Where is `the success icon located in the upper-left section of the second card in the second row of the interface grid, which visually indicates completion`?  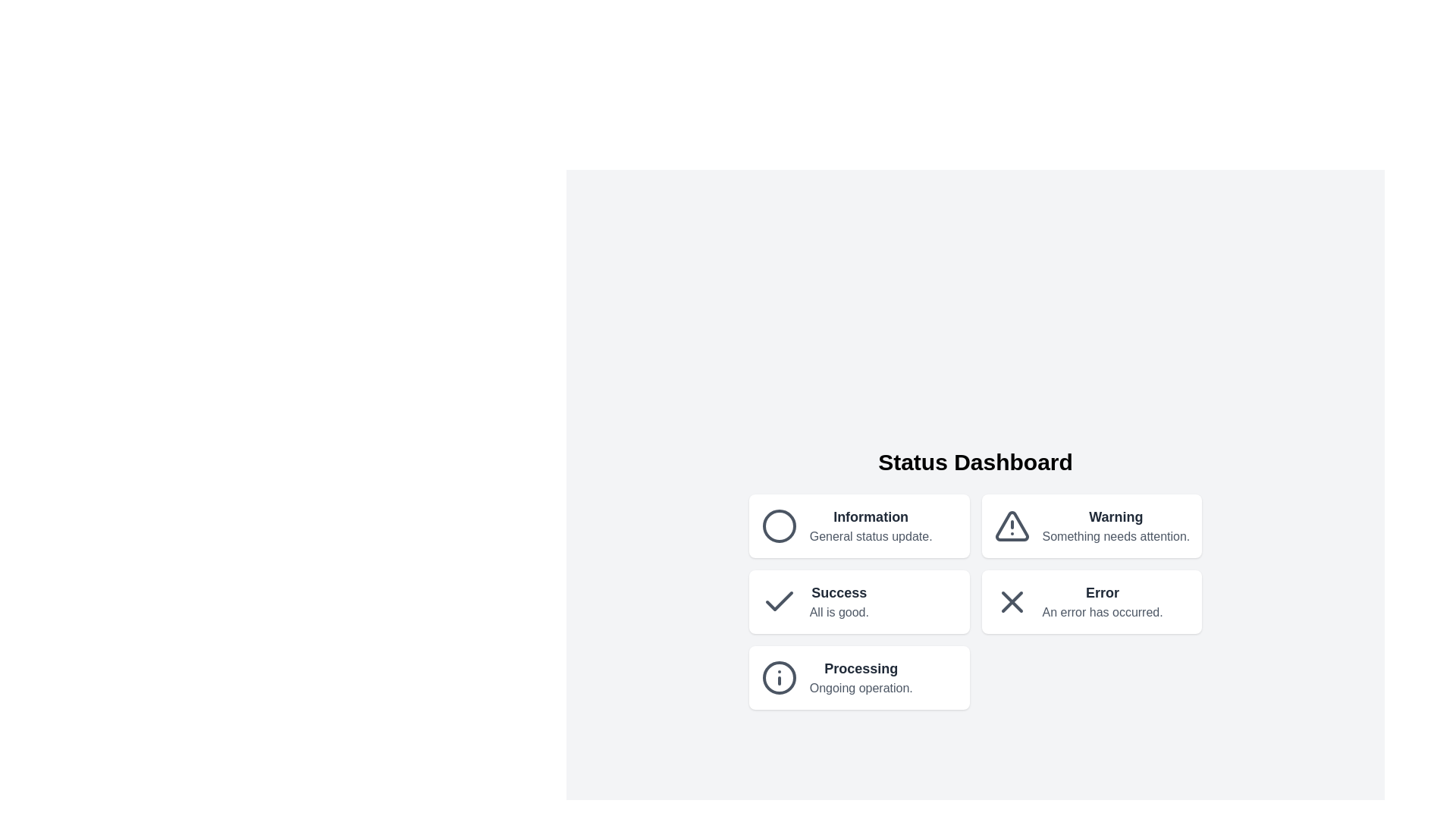
the success icon located in the upper-left section of the second card in the second row of the interface grid, which visually indicates completion is located at coordinates (779, 601).